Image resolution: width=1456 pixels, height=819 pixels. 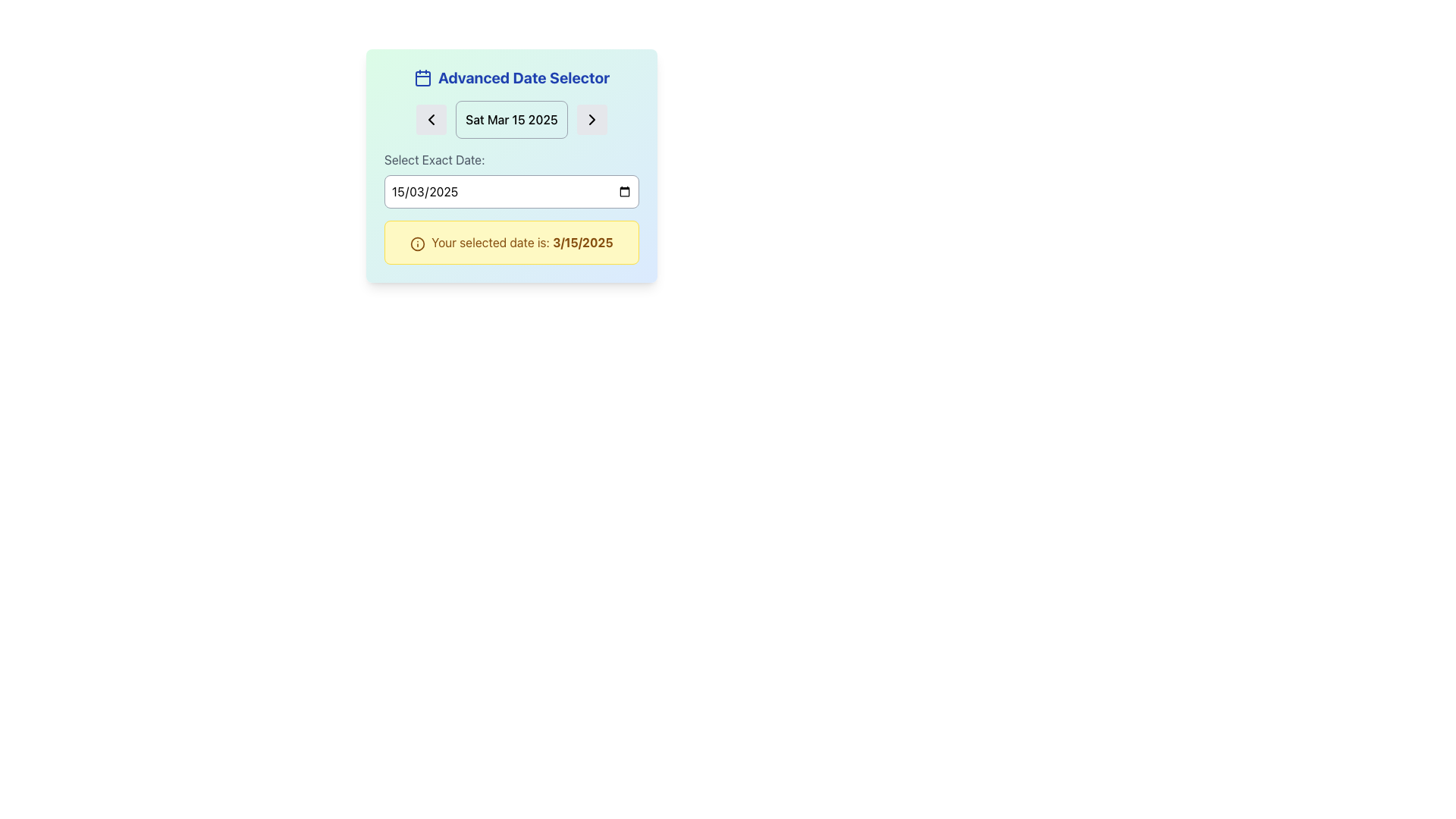 I want to click on text displayed in the notification text block located under the 'Select Exact Date' section of the date selector interface, so click(x=512, y=242).